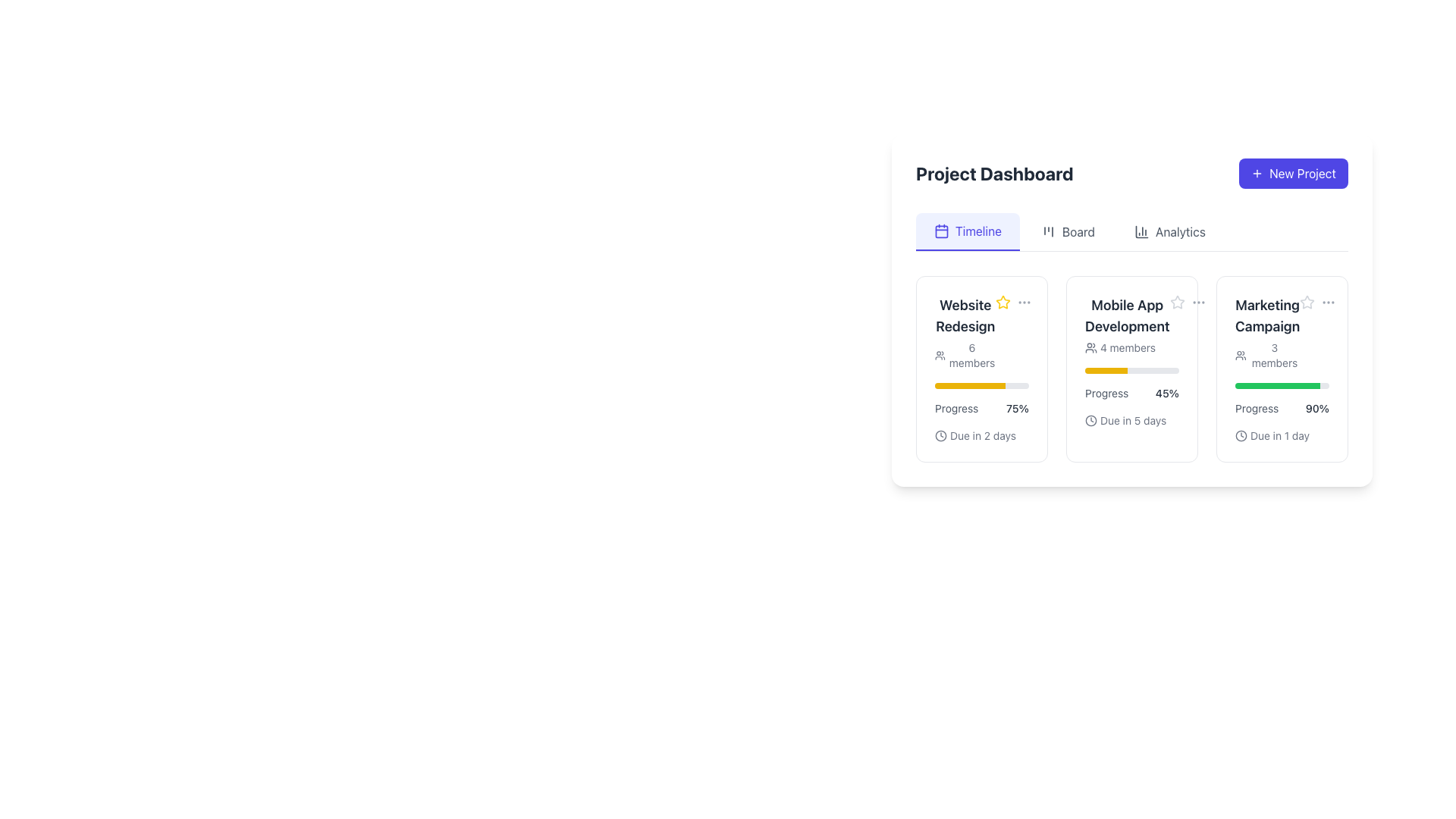 Image resolution: width=1456 pixels, height=819 pixels. Describe the element at coordinates (1281, 369) in the screenshot. I see `the 'Marketing Campaign' Display Card, which is the third item in a grid layout` at that location.